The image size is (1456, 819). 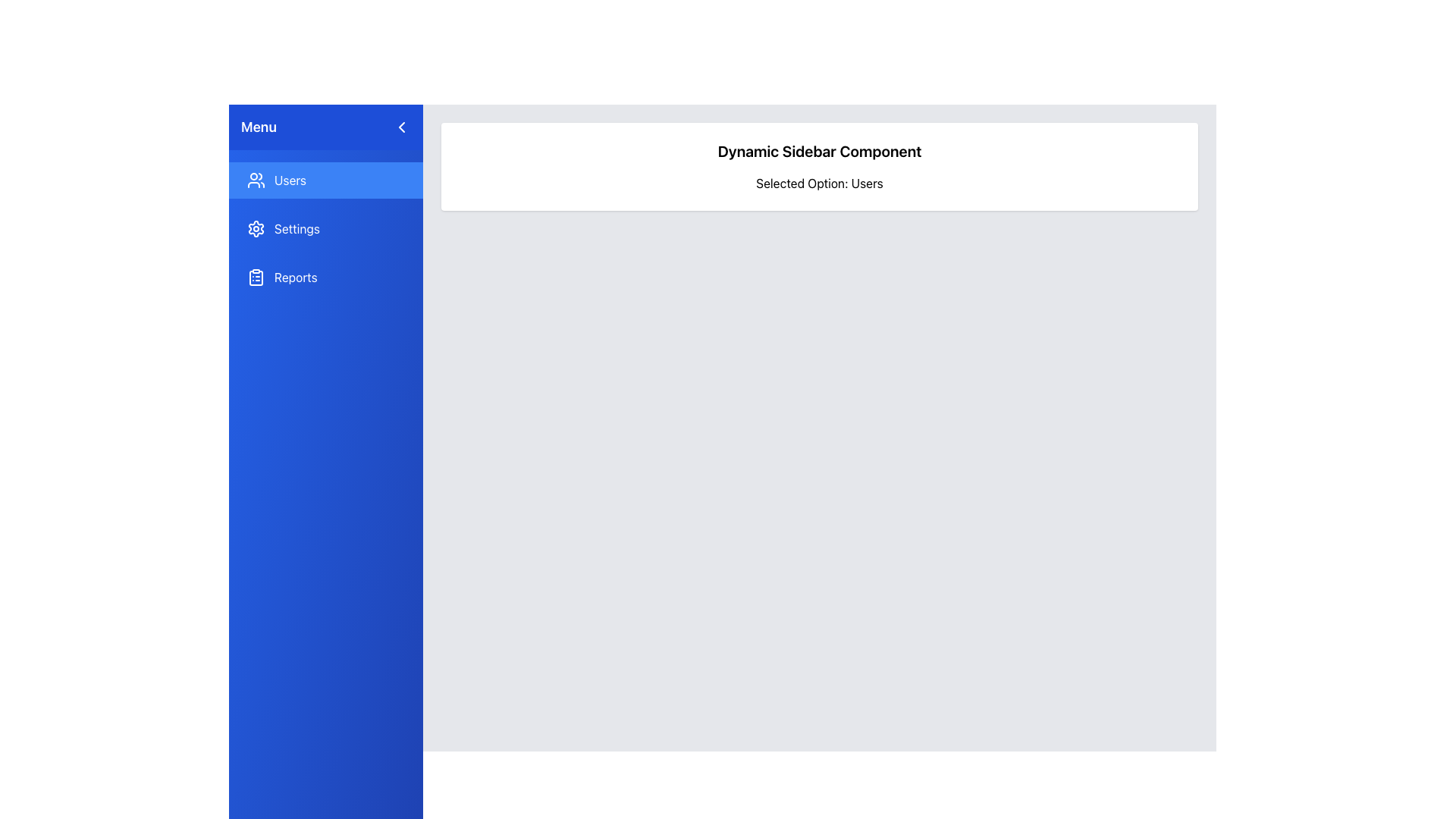 I want to click on the navigation control icon located near the top of the menu section, slightly to the right of the 'Menu' label, to possibly reveal a tooltip, so click(x=401, y=127).